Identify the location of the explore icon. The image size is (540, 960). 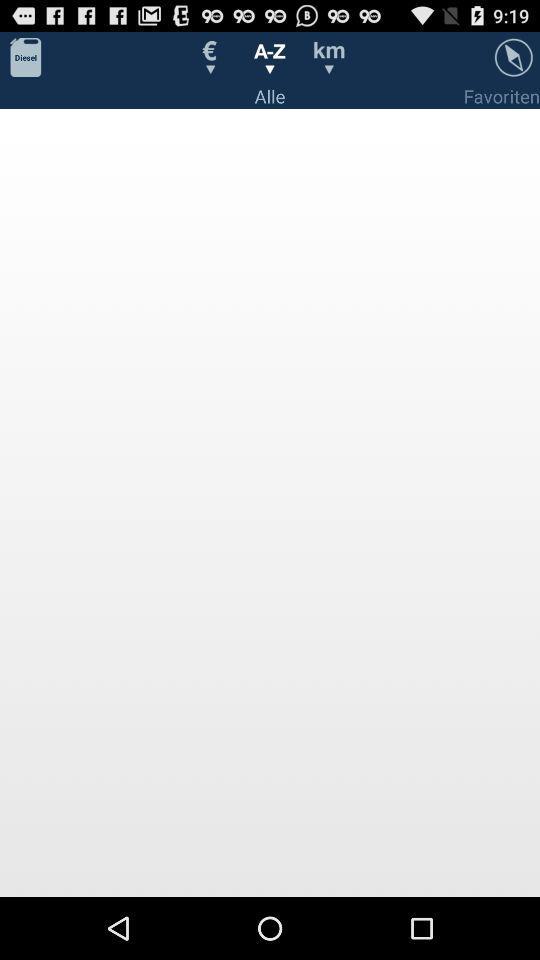
(513, 61).